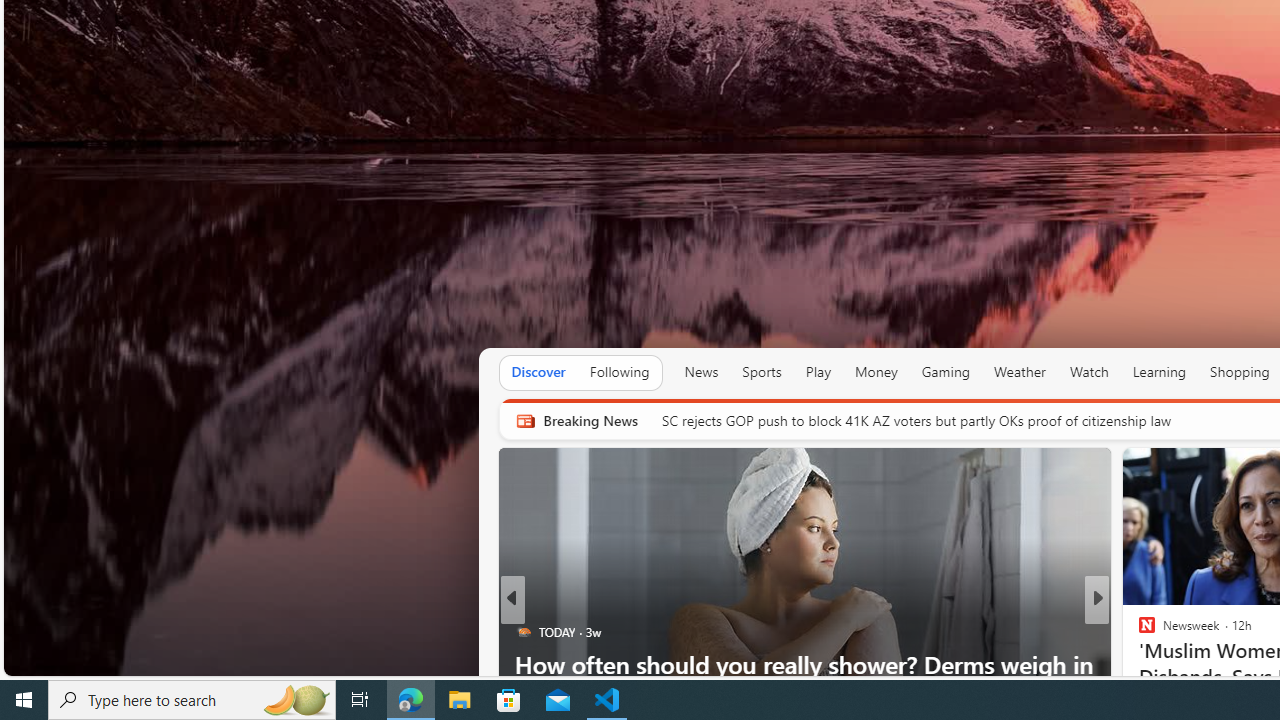 The width and height of the screenshot is (1280, 720). What do you see at coordinates (876, 372) in the screenshot?
I see `'Money'` at bounding box center [876, 372].